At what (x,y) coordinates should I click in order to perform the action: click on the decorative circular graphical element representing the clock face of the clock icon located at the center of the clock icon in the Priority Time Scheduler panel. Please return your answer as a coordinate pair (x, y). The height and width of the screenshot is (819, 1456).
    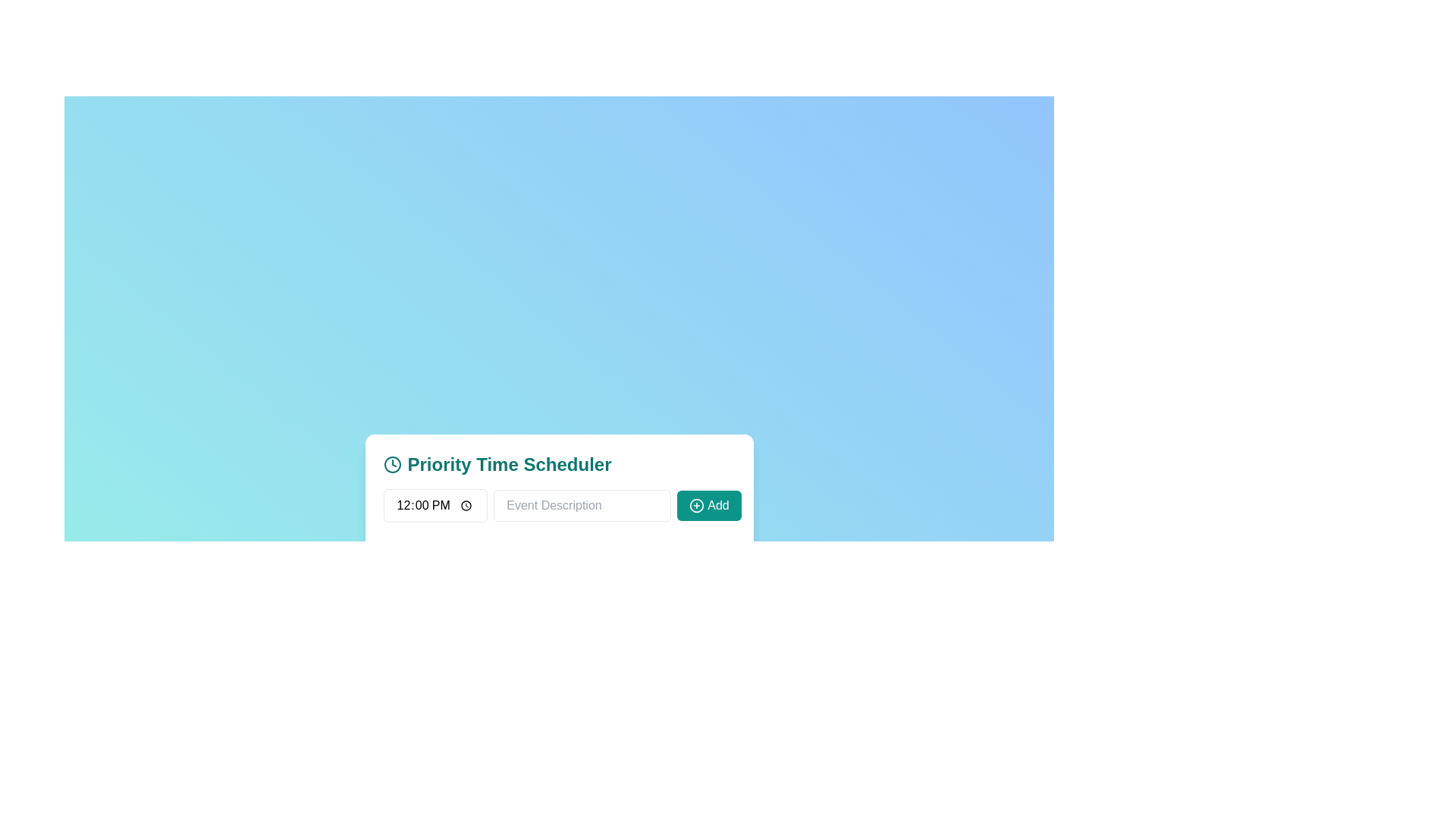
    Looking at the image, I should click on (392, 464).